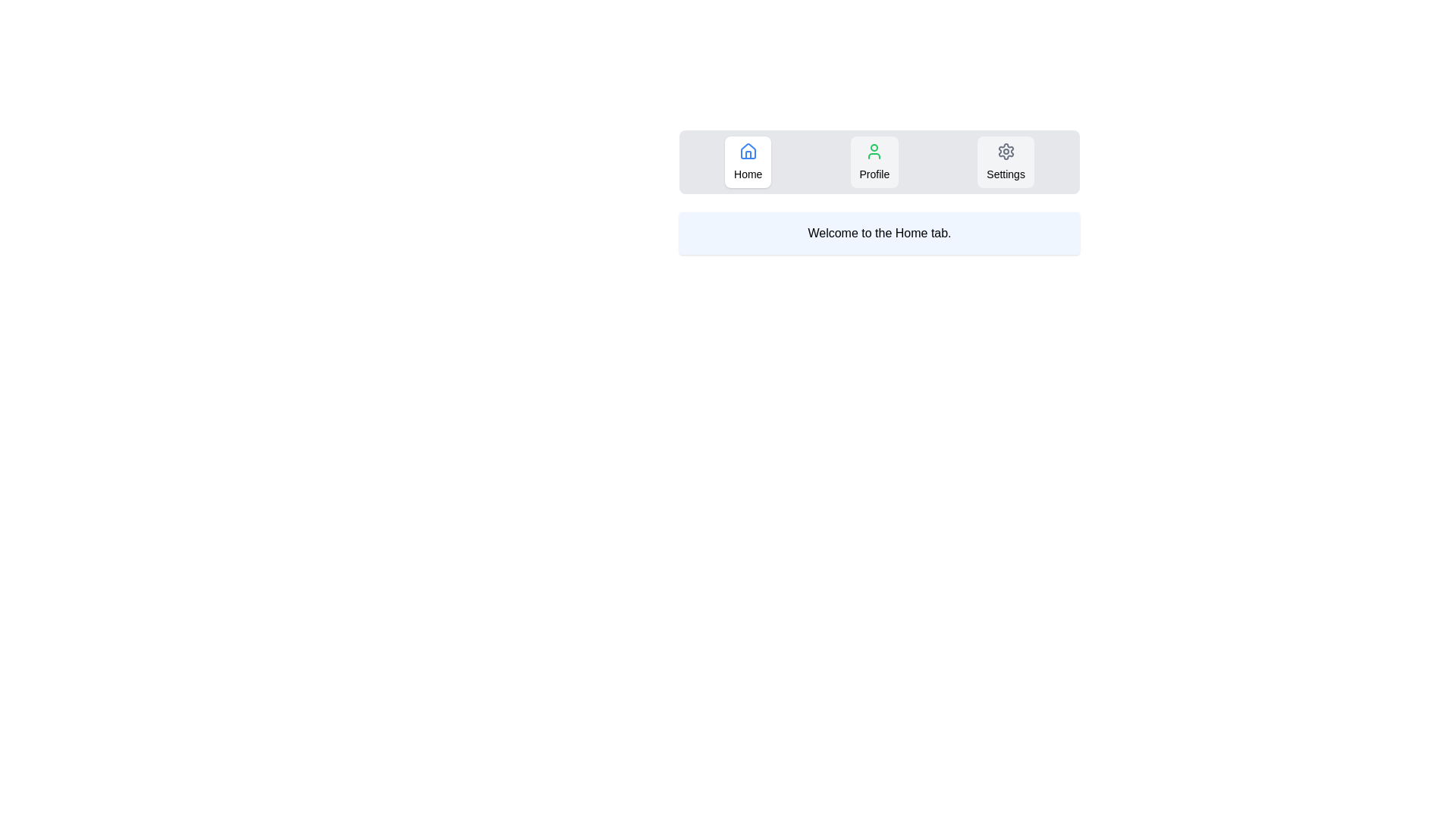  I want to click on the Profile tab to view its hover effect, so click(874, 162).